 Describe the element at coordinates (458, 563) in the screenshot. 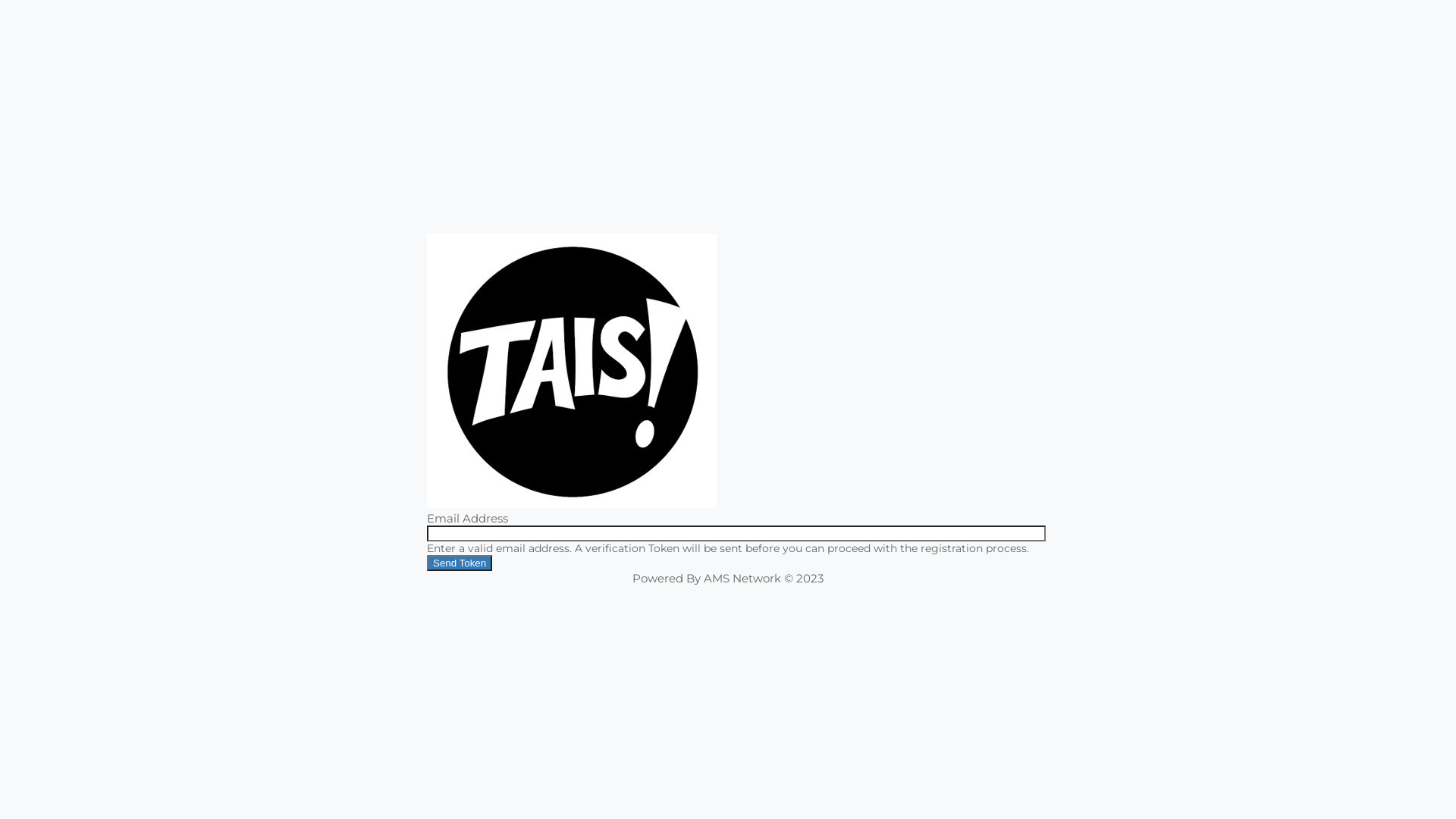

I see `'Send Token'` at that location.